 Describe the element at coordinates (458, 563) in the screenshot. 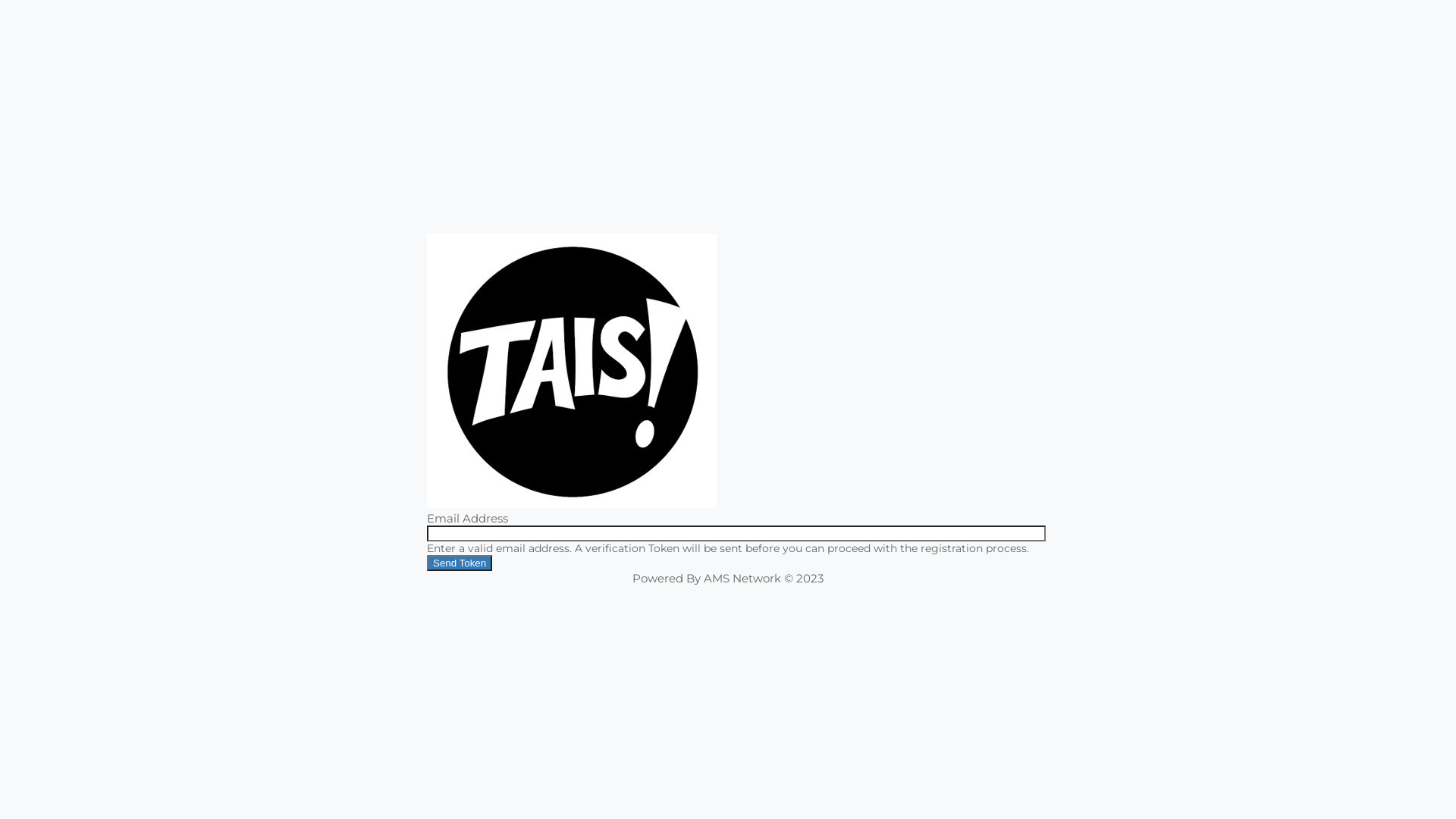

I see `'Send Token'` at that location.